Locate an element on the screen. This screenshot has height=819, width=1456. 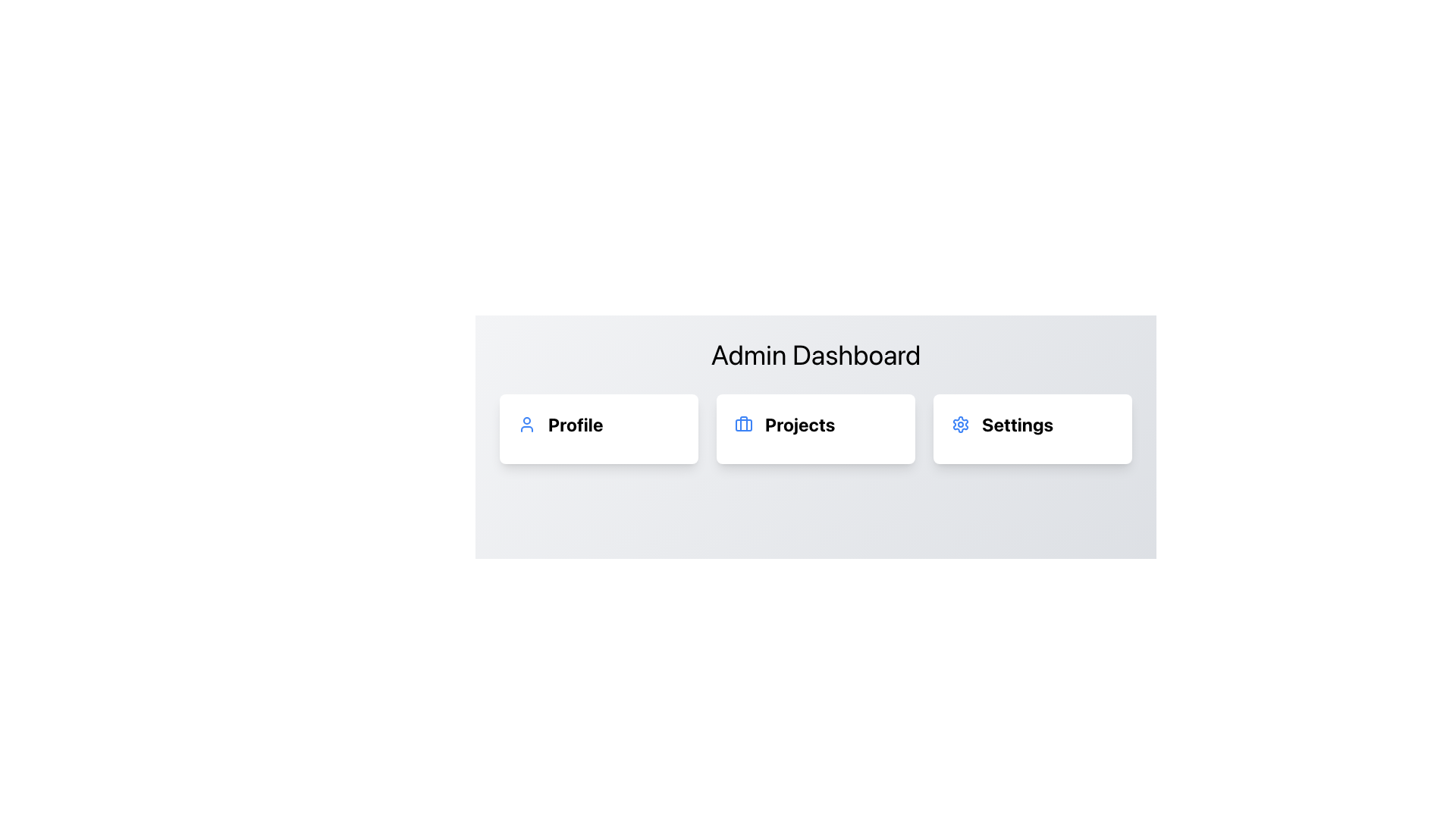
the 'Profile' button, which features a blue person icon and the text 'Profile' in bold, located in the top-left white card of the grid layout below the 'Admin Dashboard' header is located at coordinates (598, 424).